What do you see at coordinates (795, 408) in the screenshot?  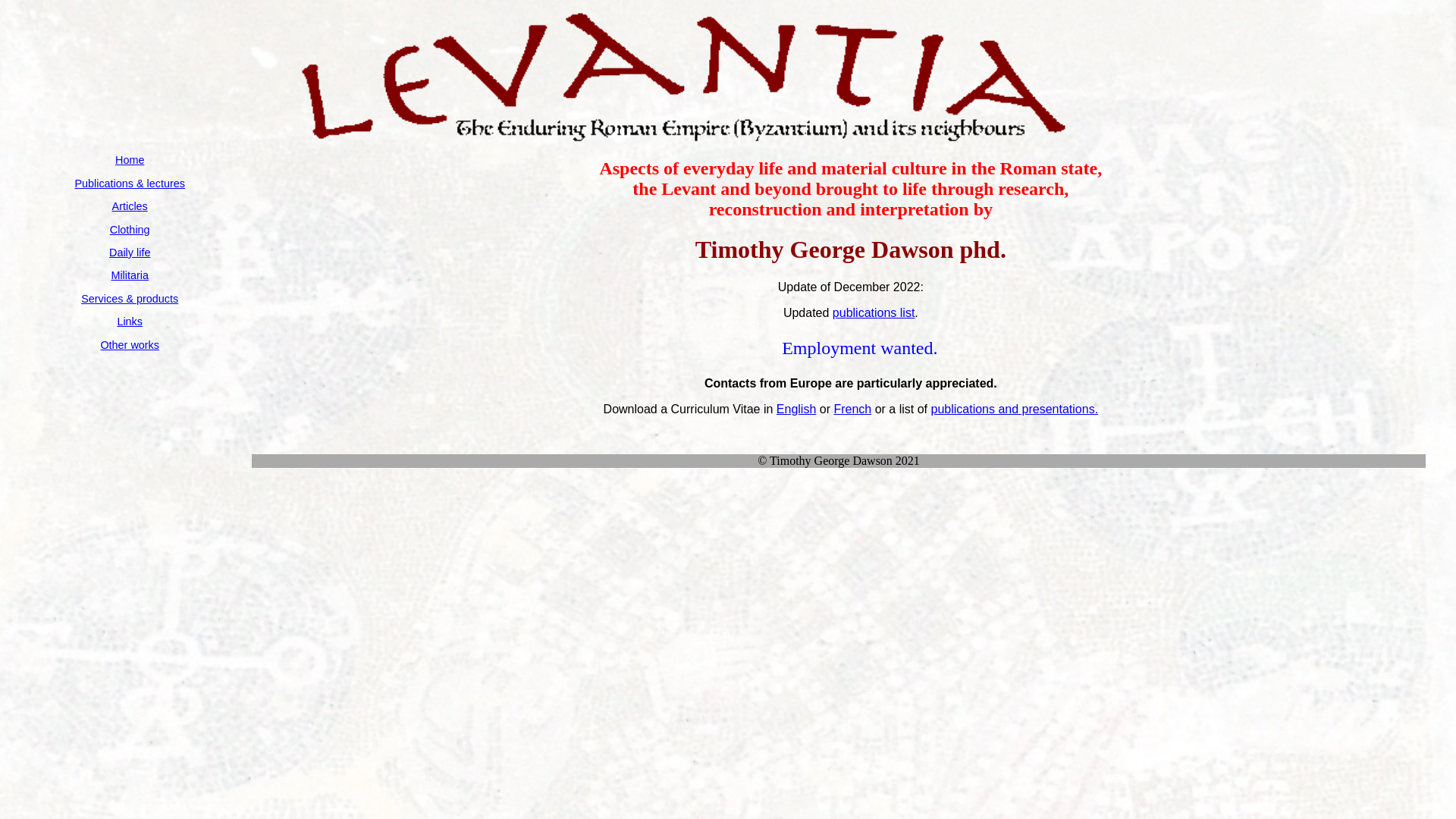 I see `'English'` at bounding box center [795, 408].